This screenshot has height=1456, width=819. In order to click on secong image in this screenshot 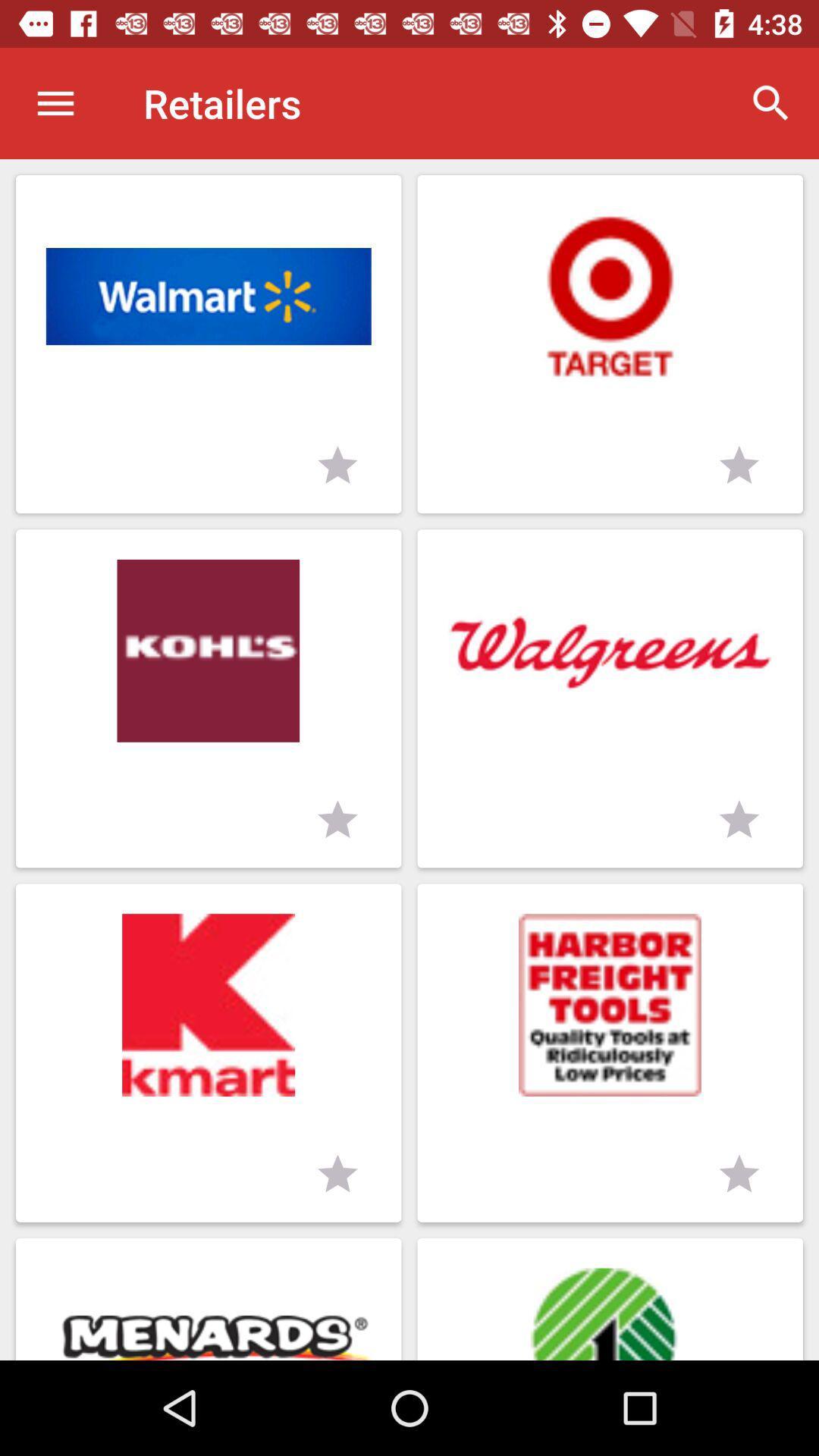, I will do `click(609, 297)`.